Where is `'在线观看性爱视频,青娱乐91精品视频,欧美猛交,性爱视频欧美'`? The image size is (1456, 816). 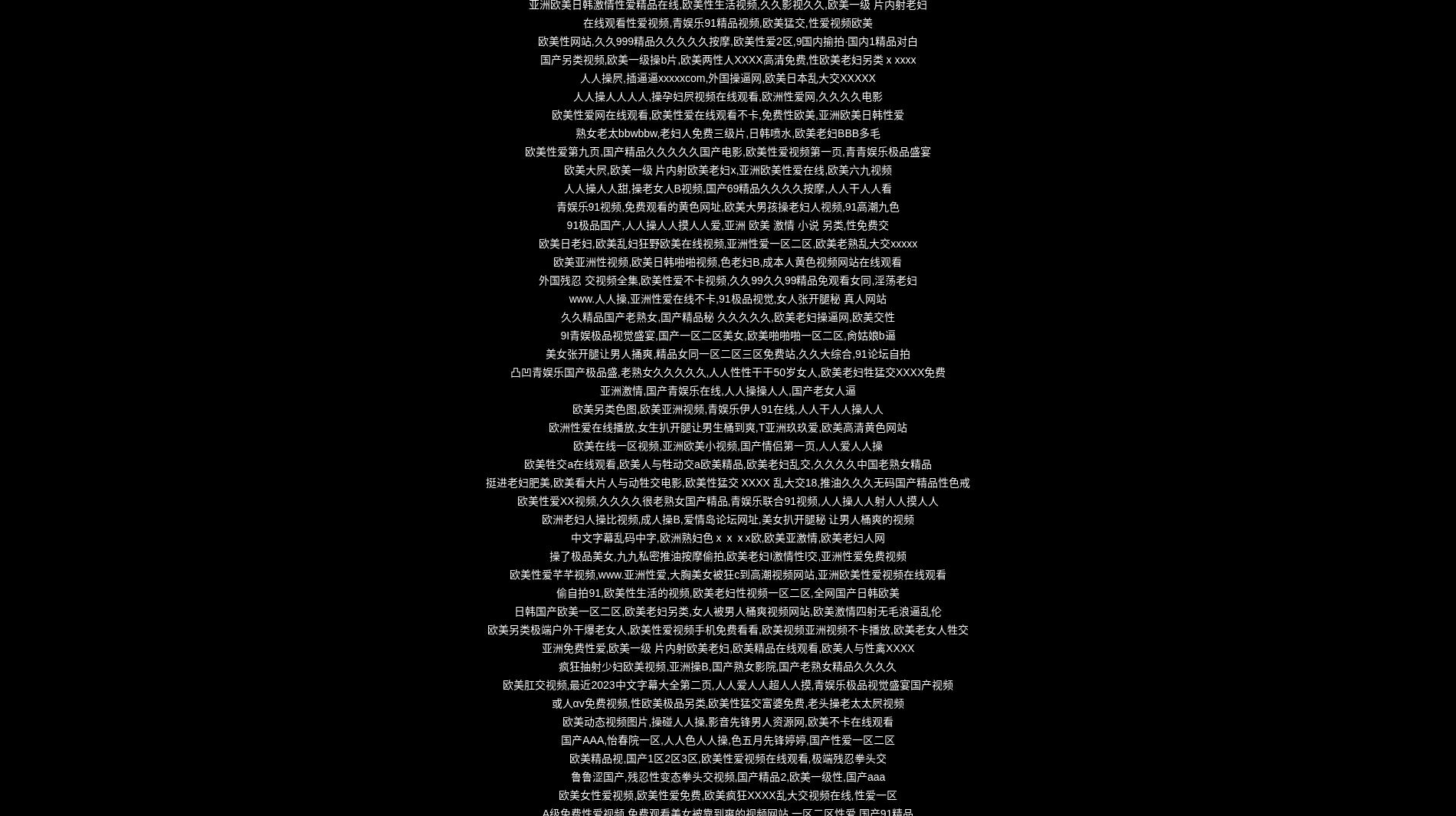
'在线观看性爱视频,青娱乐91精品视频,欧美猛交,性爱视频欧美' is located at coordinates (726, 22).